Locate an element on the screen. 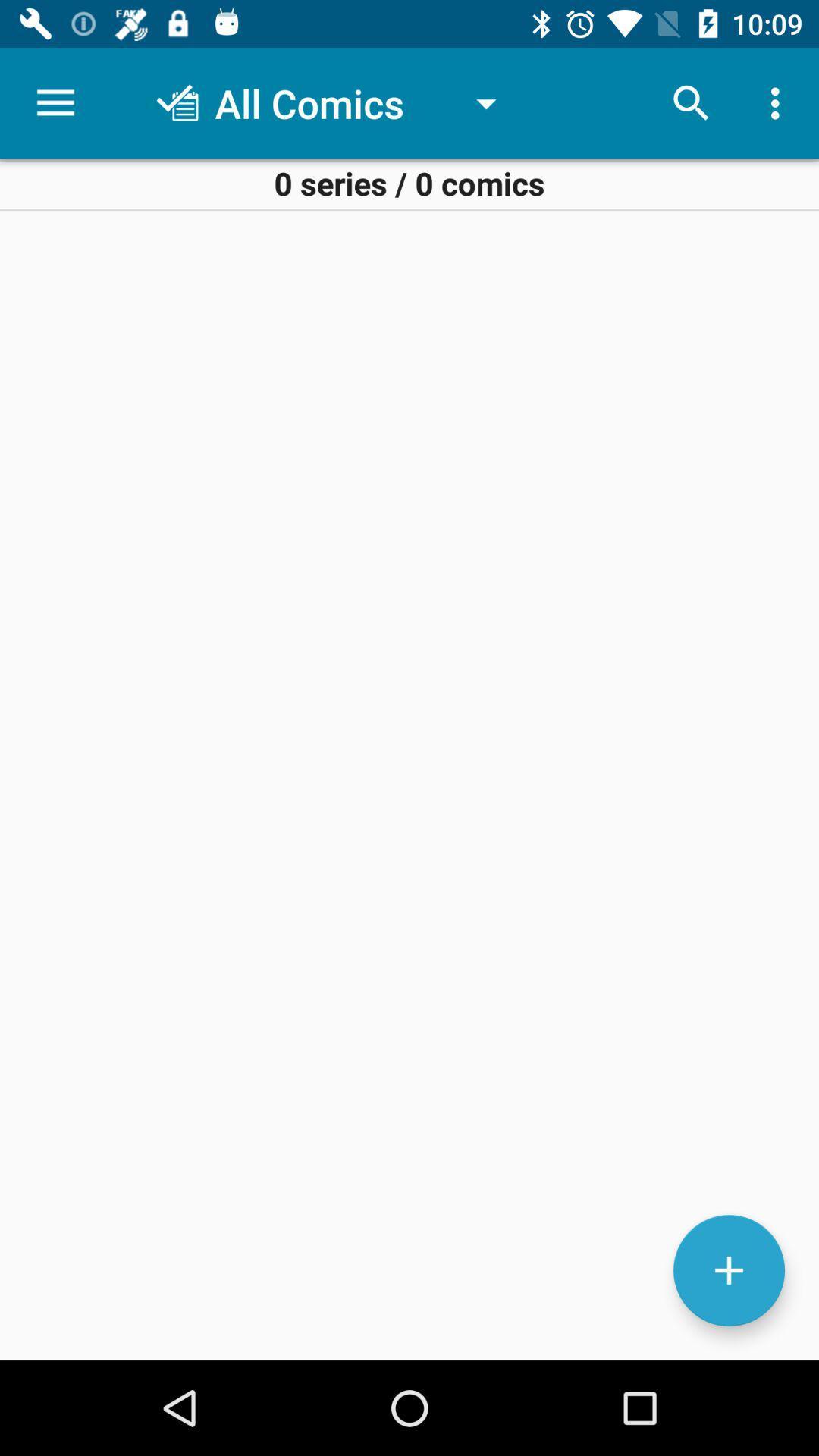 This screenshot has width=819, height=1456. switch option is located at coordinates (728, 1270).